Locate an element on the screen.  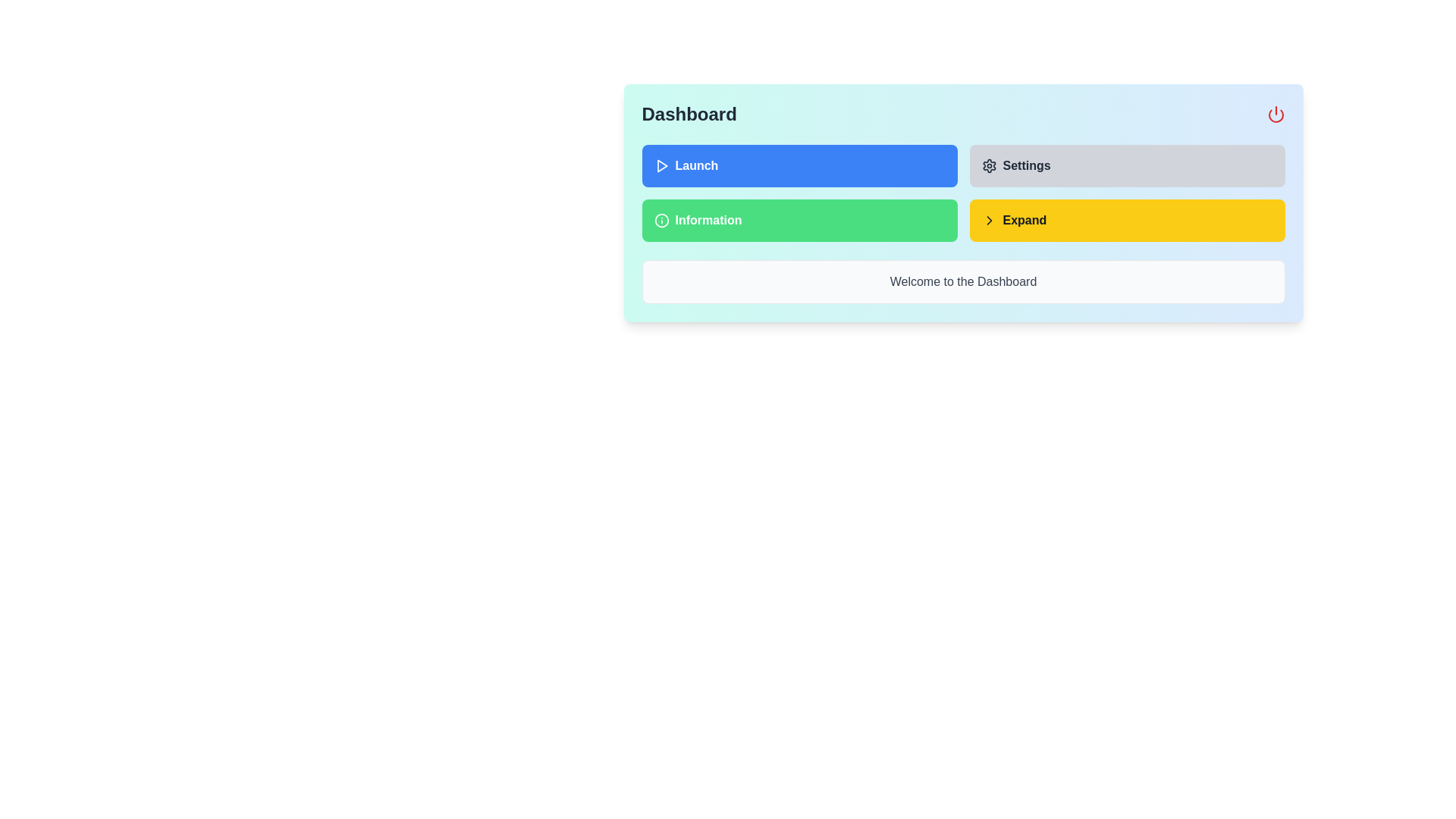
the play icon located on the left side of the 'Launch' button is located at coordinates (661, 166).